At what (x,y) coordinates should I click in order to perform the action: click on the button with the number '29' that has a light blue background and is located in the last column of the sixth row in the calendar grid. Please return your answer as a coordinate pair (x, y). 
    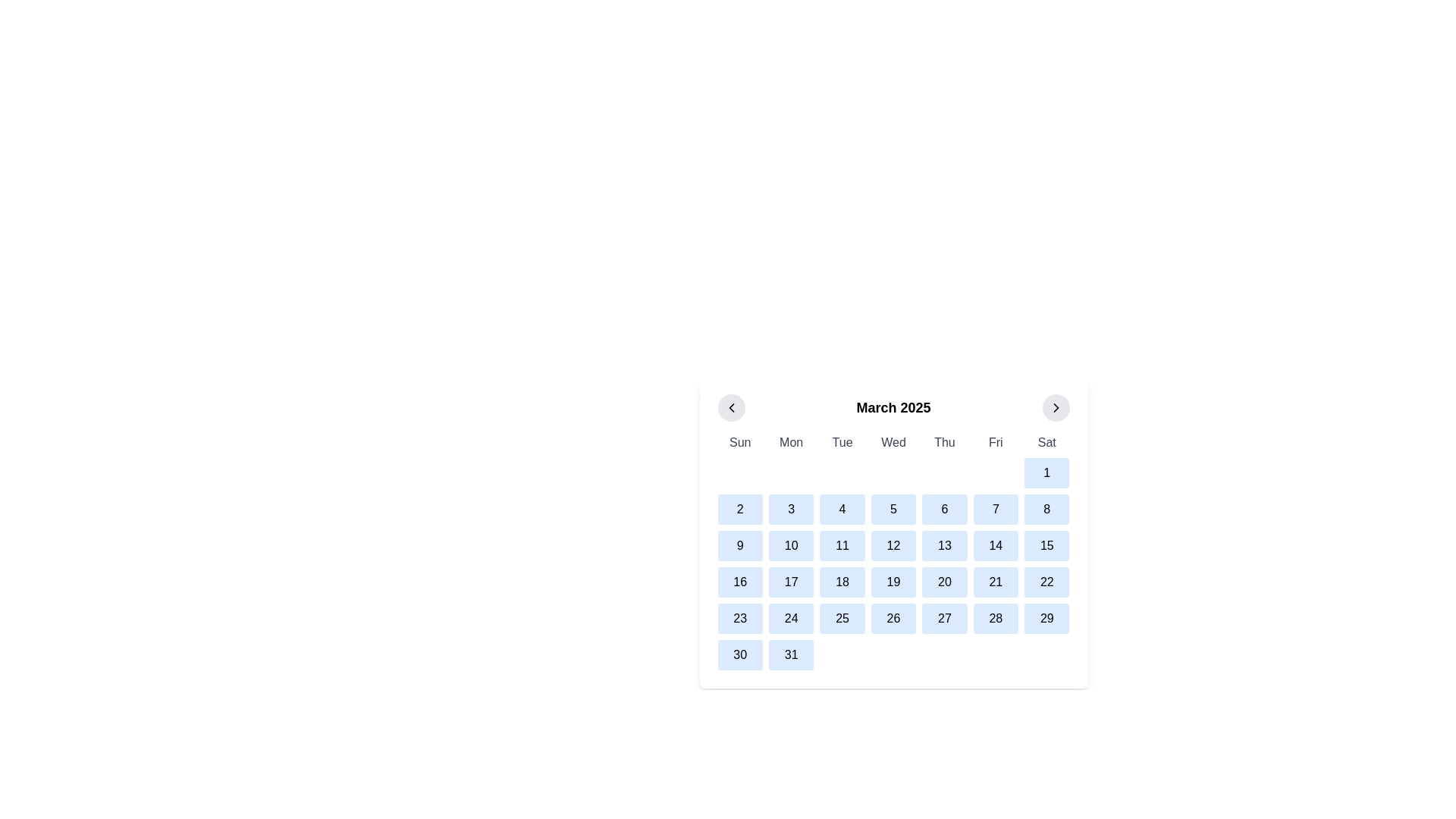
    Looking at the image, I should click on (1046, 619).